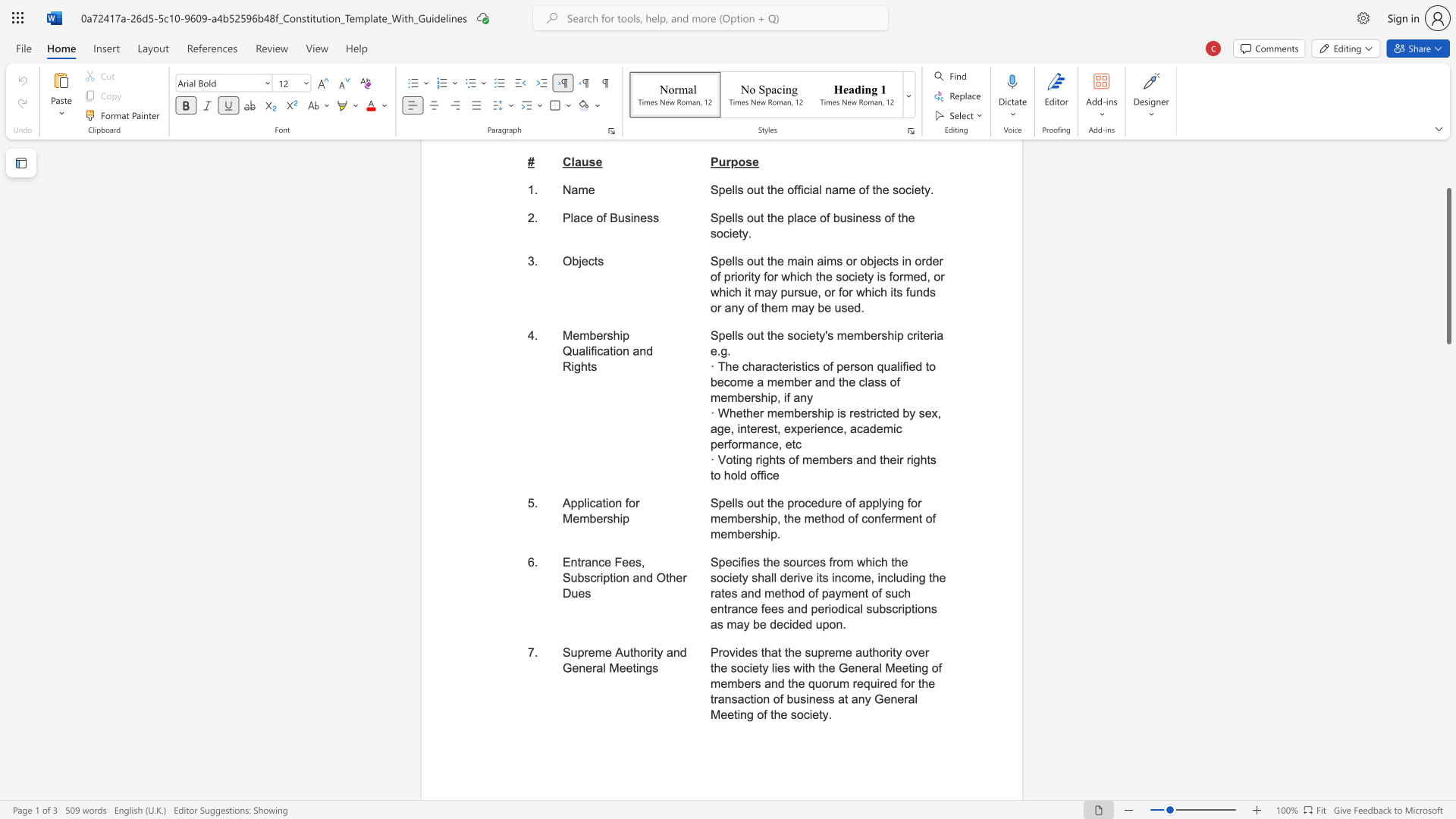 Image resolution: width=1456 pixels, height=819 pixels. What do you see at coordinates (1448, 265) in the screenshot?
I see `the scrollbar and move down 580 pixels` at bounding box center [1448, 265].